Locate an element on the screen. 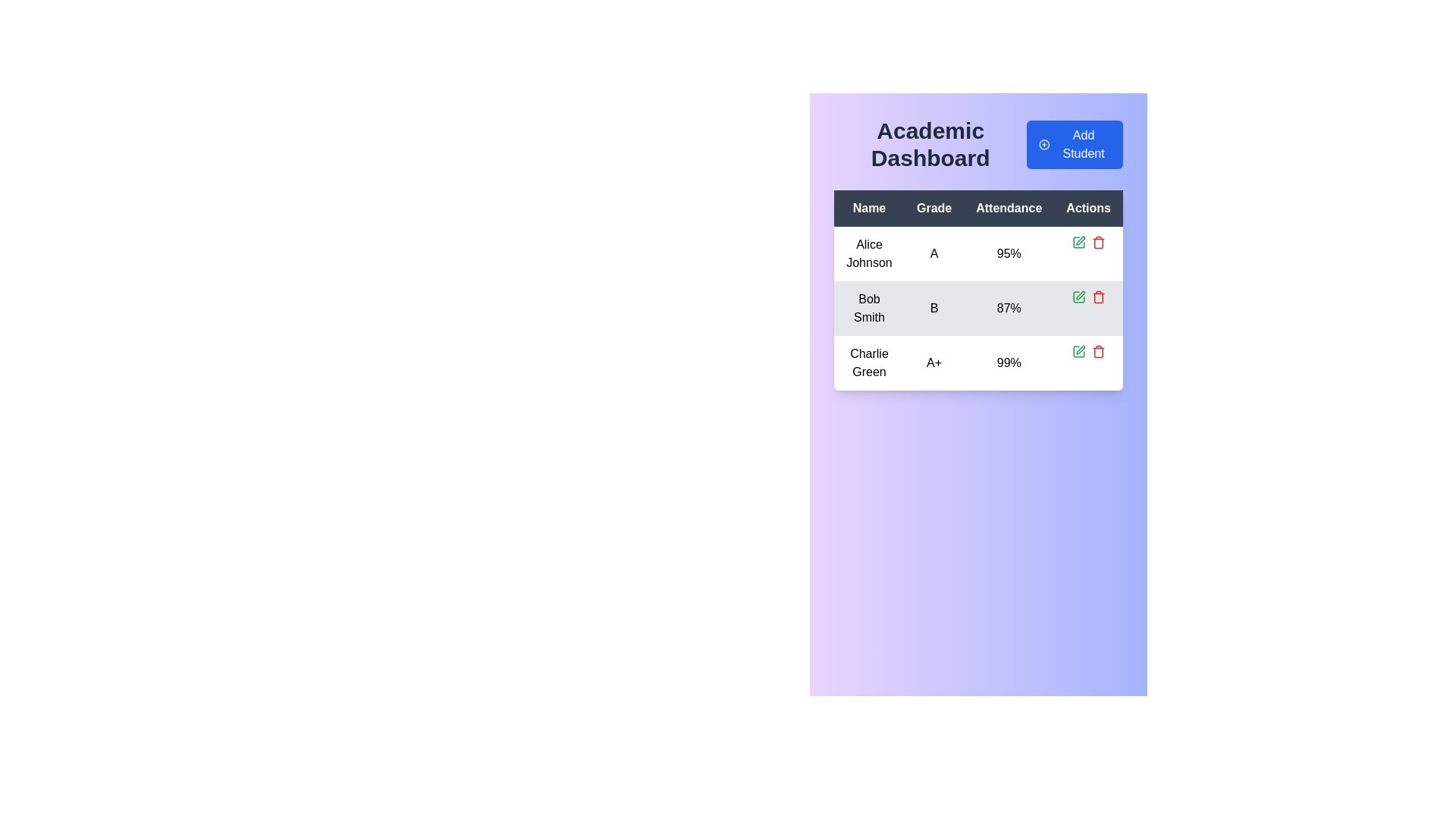 The height and width of the screenshot is (819, 1456). the delete button located at the end of the second row in the 'Actions' column of the table, which corresponds to the entry for 'Bob Smith' is located at coordinates (1098, 297).